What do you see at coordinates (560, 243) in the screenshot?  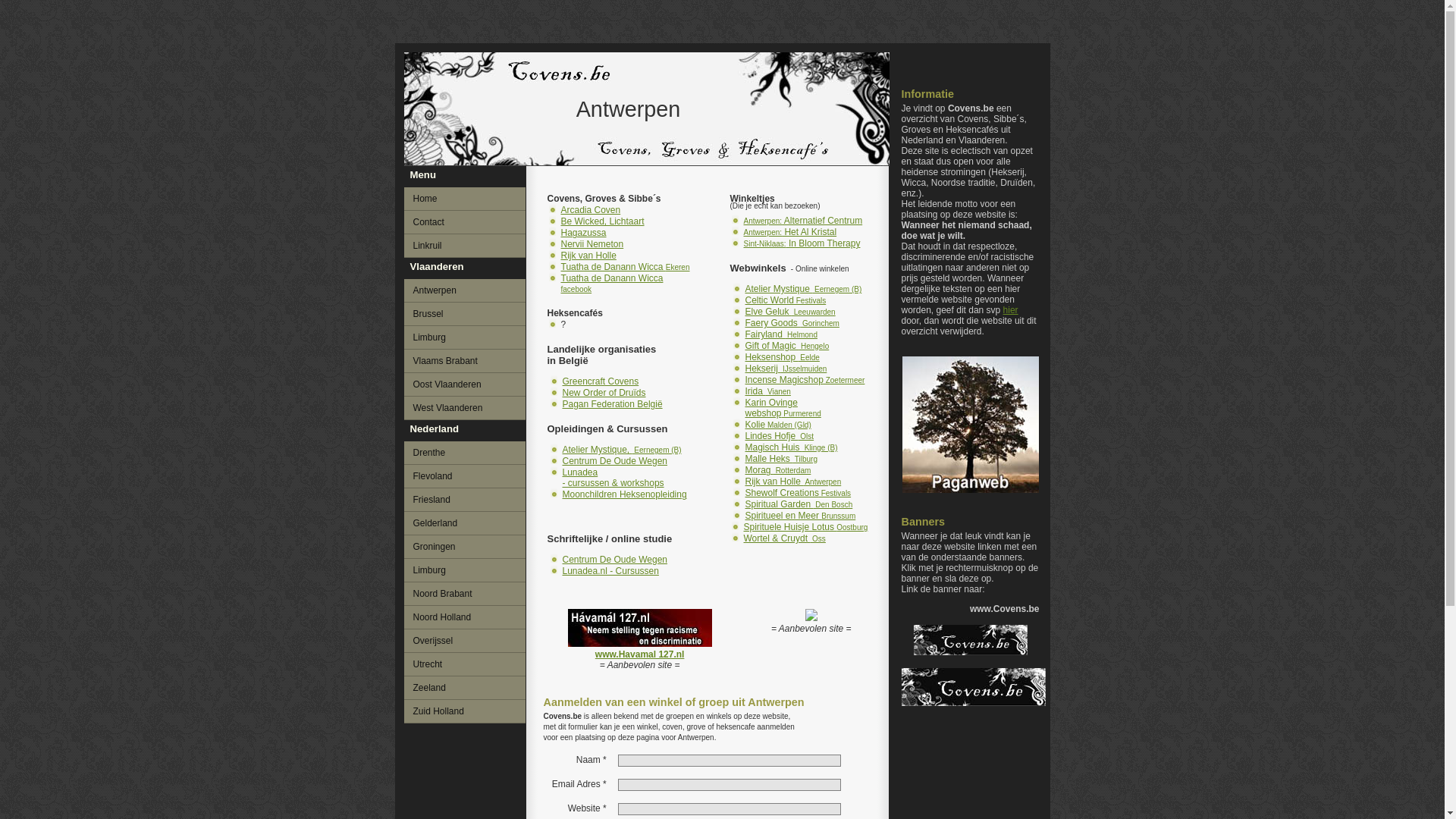 I see `'Nervii Nemeton'` at bounding box center [560, 243].